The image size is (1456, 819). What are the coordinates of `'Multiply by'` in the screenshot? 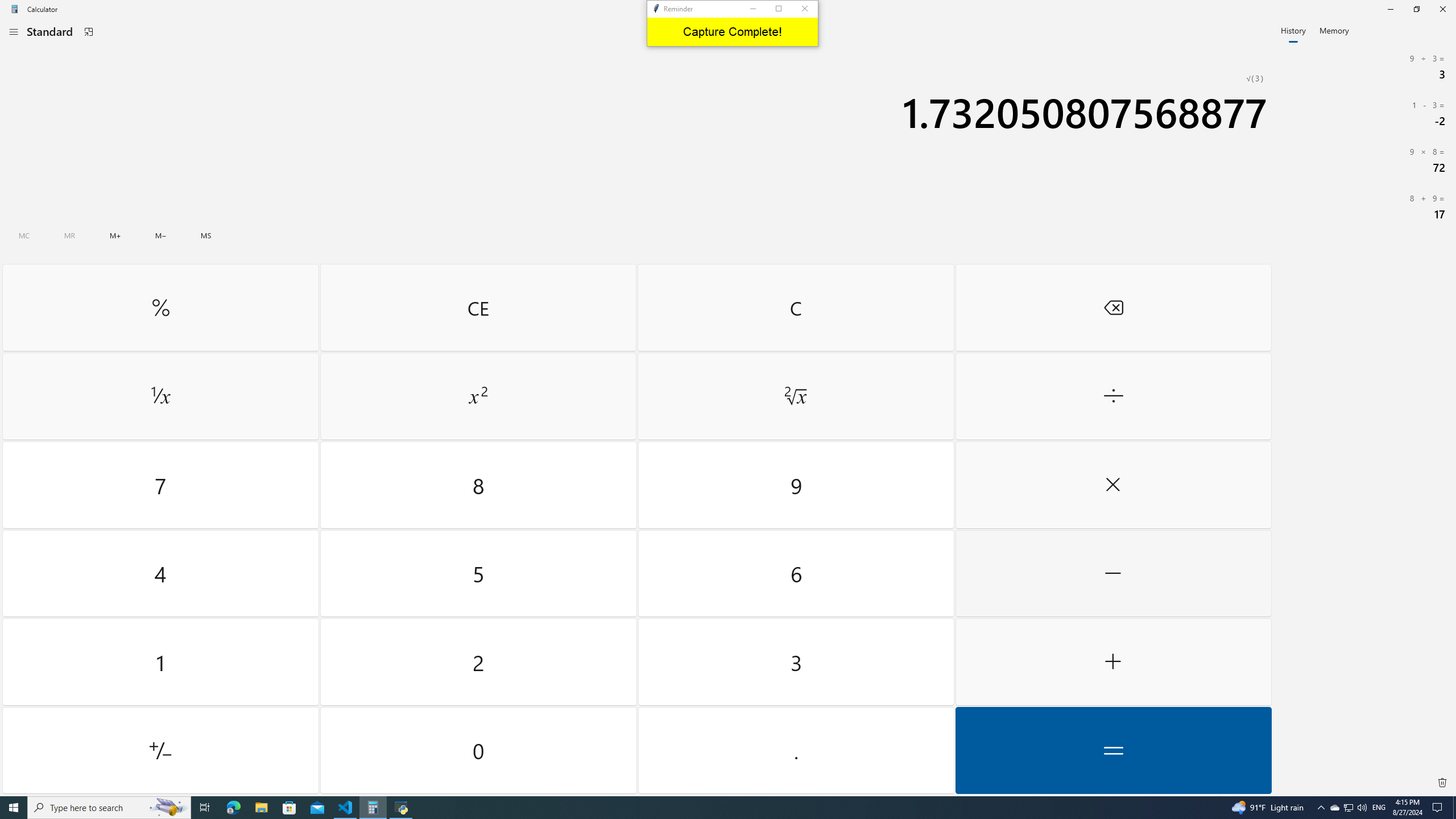 It's located at (1112, 485).